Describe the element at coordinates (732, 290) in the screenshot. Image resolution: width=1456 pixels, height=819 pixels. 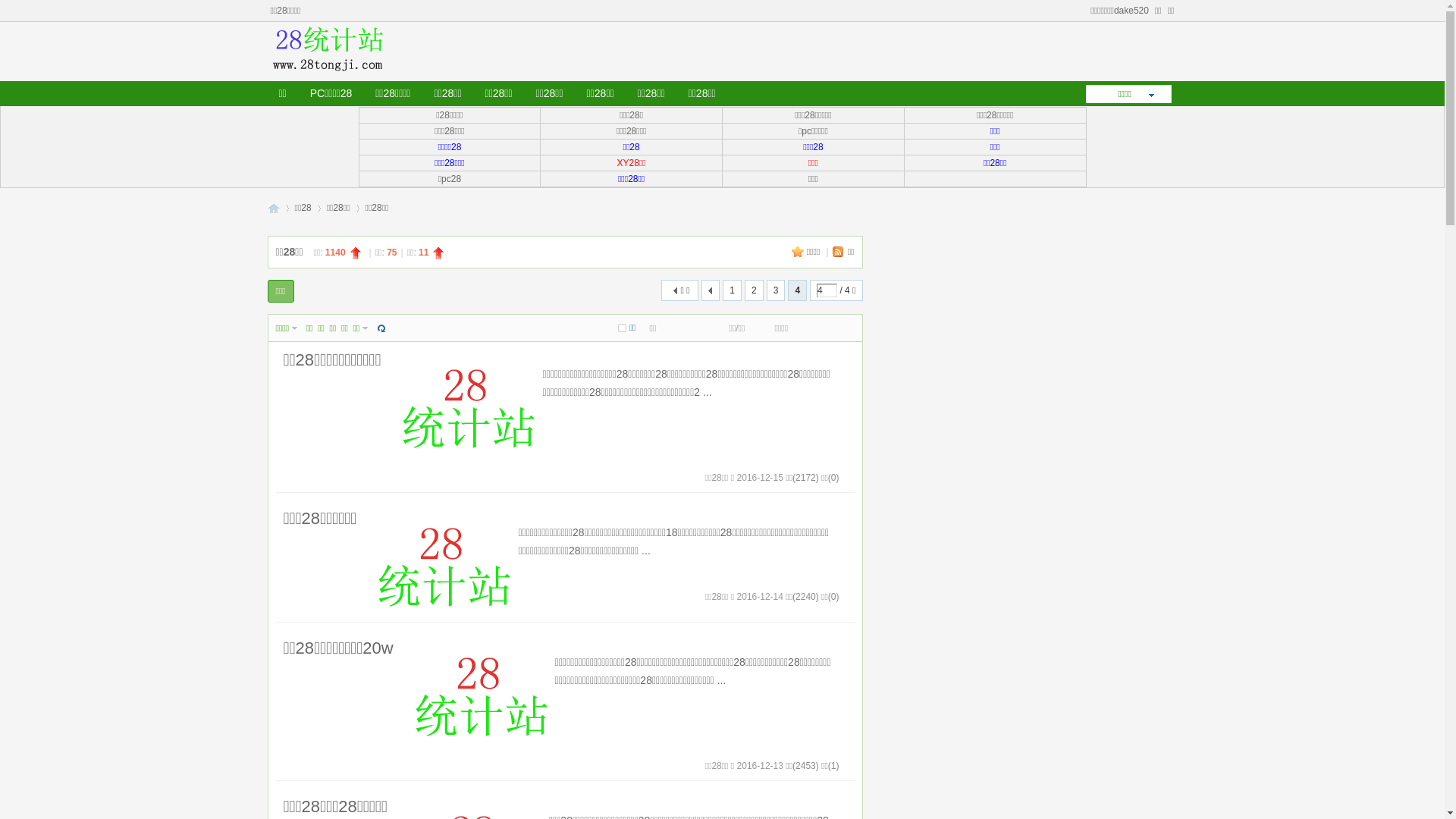
I see `'1'` at that location.